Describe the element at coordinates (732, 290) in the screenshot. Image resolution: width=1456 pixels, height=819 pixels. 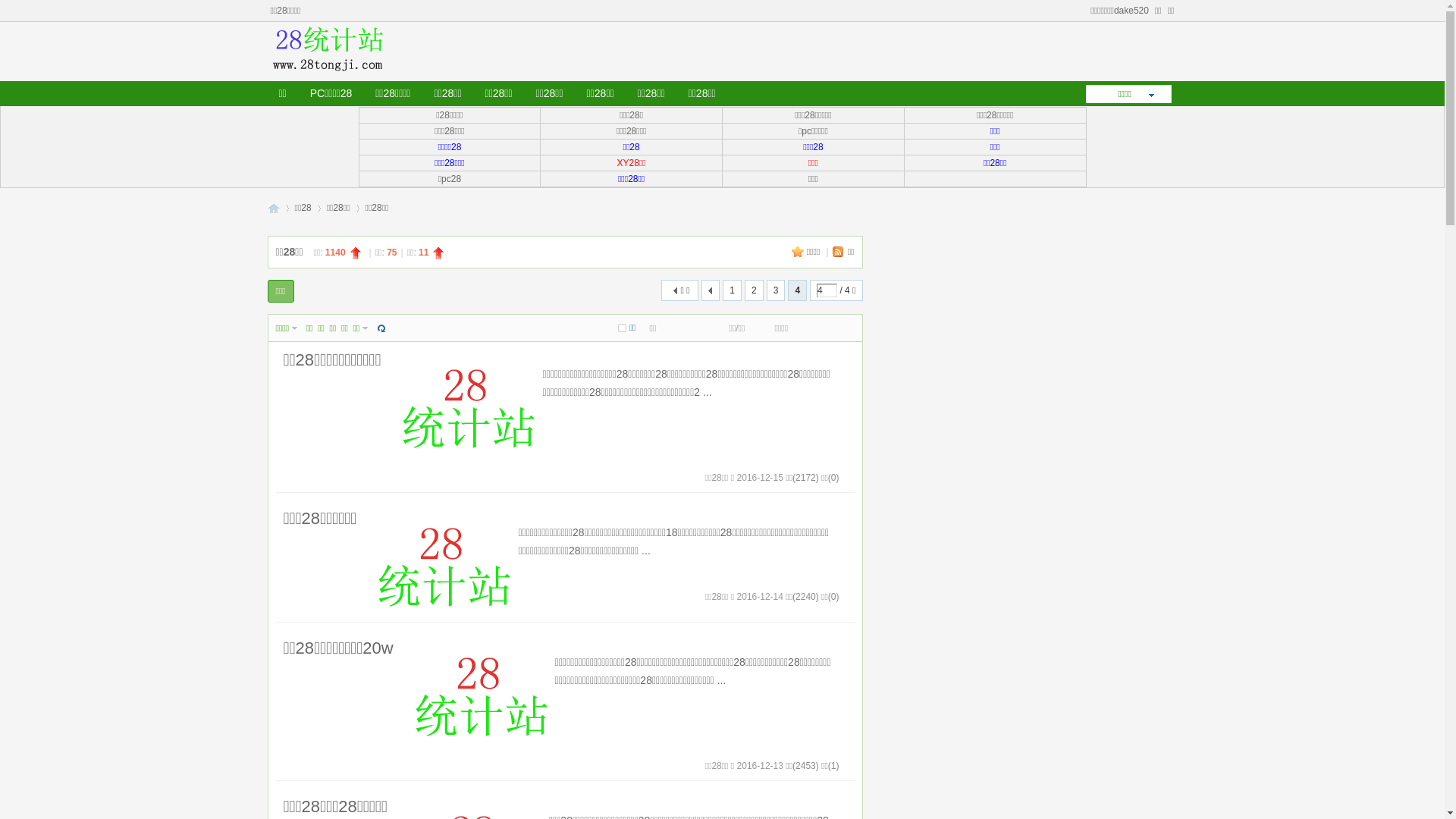
I see `'1'` at that location.